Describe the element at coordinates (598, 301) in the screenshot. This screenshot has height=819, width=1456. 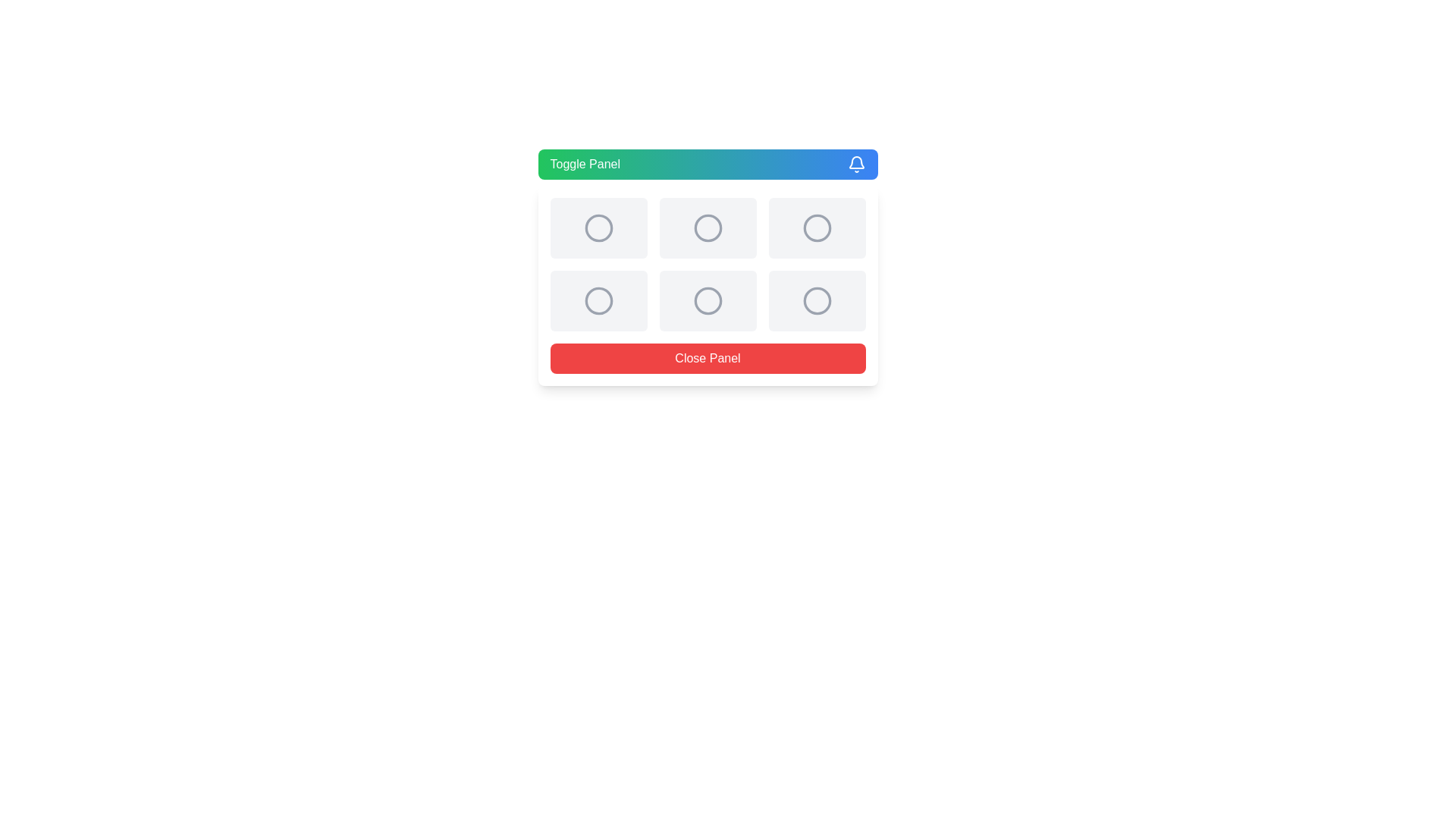
I see `the gray circular icon with a hollow center and thin outline located in the second row, first column of the grid layout` at that location.